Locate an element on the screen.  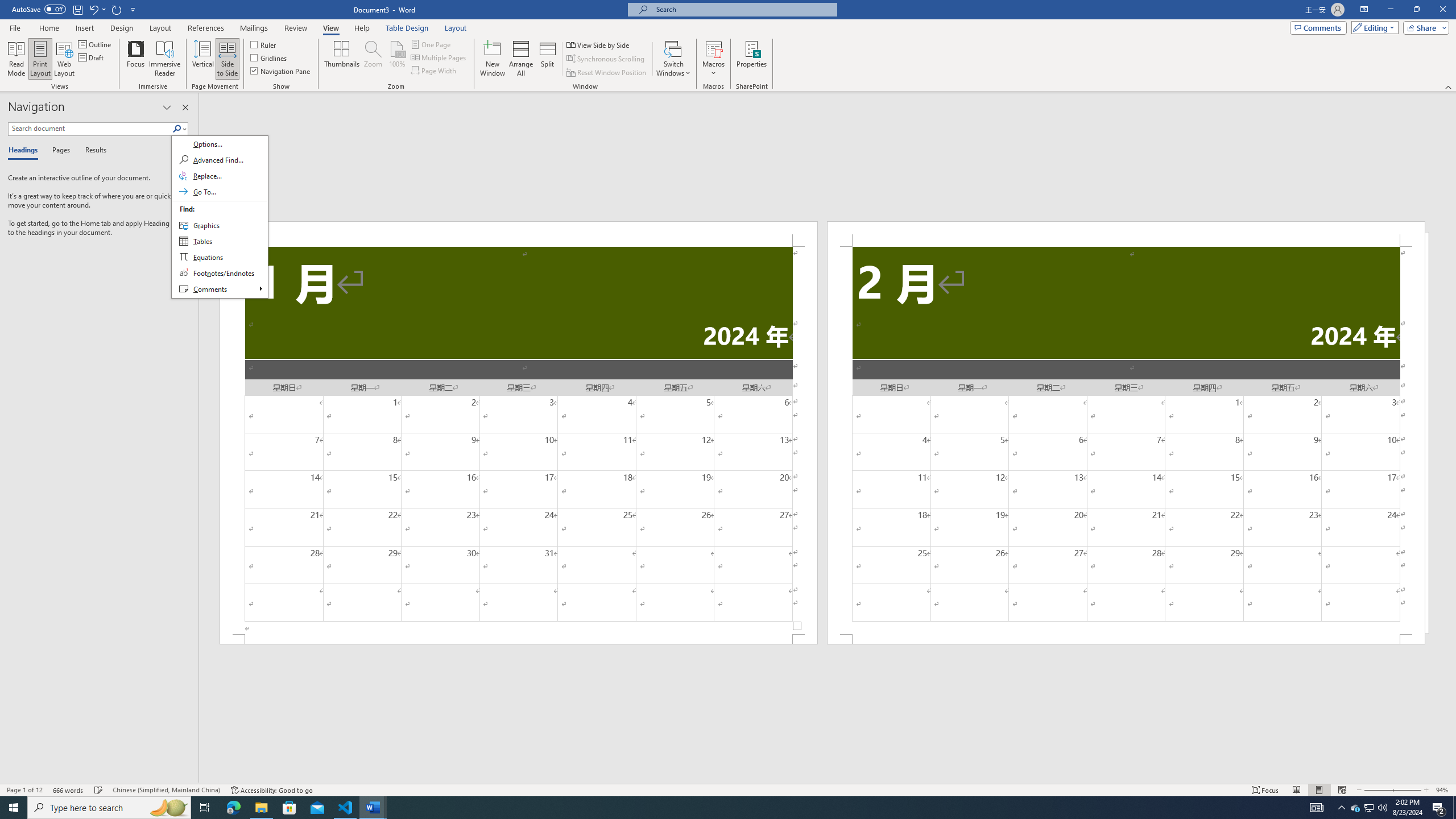
'Show desktop' is located at coordinates (1454, 806).